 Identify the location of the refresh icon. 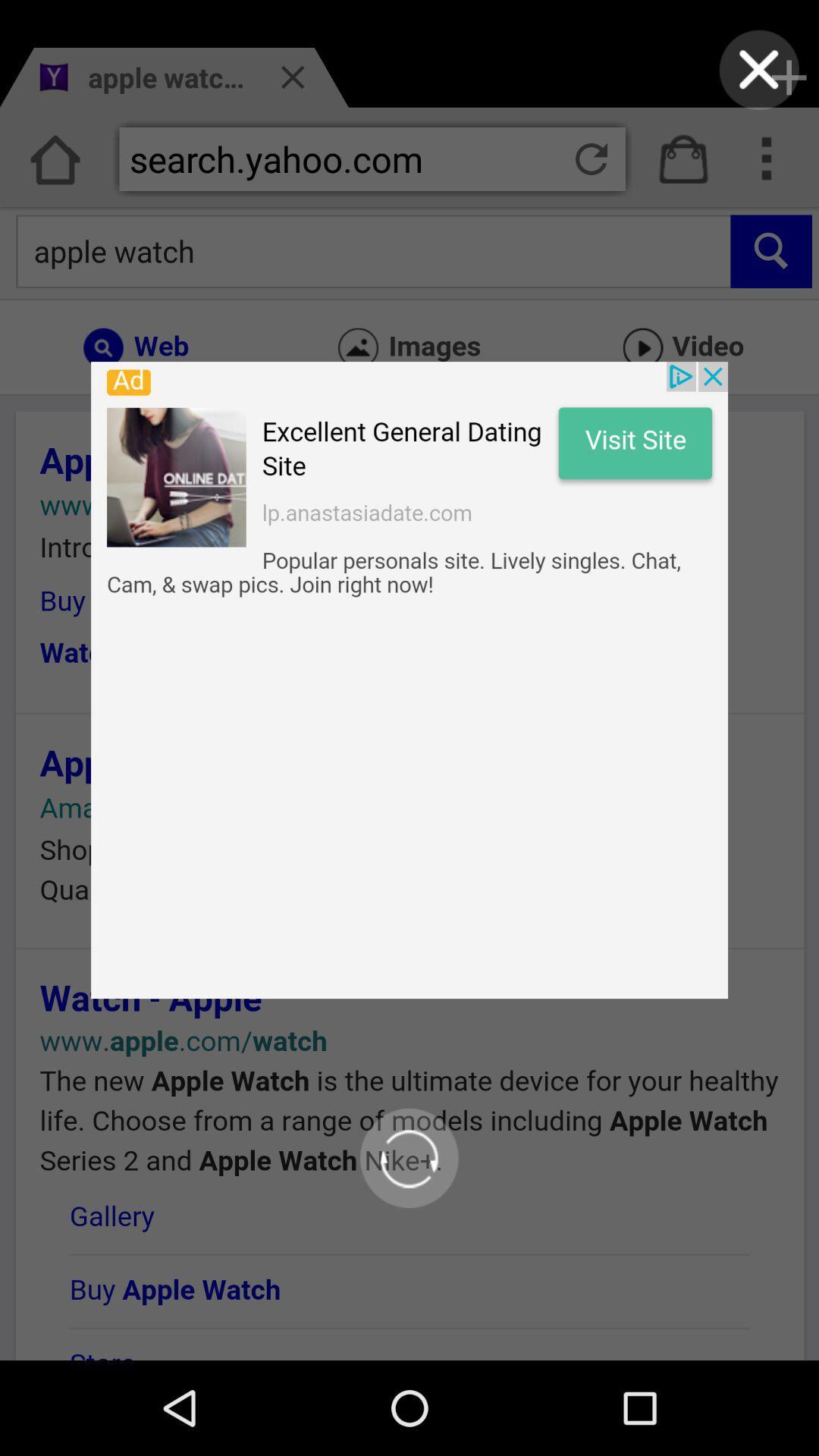
(408, 1239).